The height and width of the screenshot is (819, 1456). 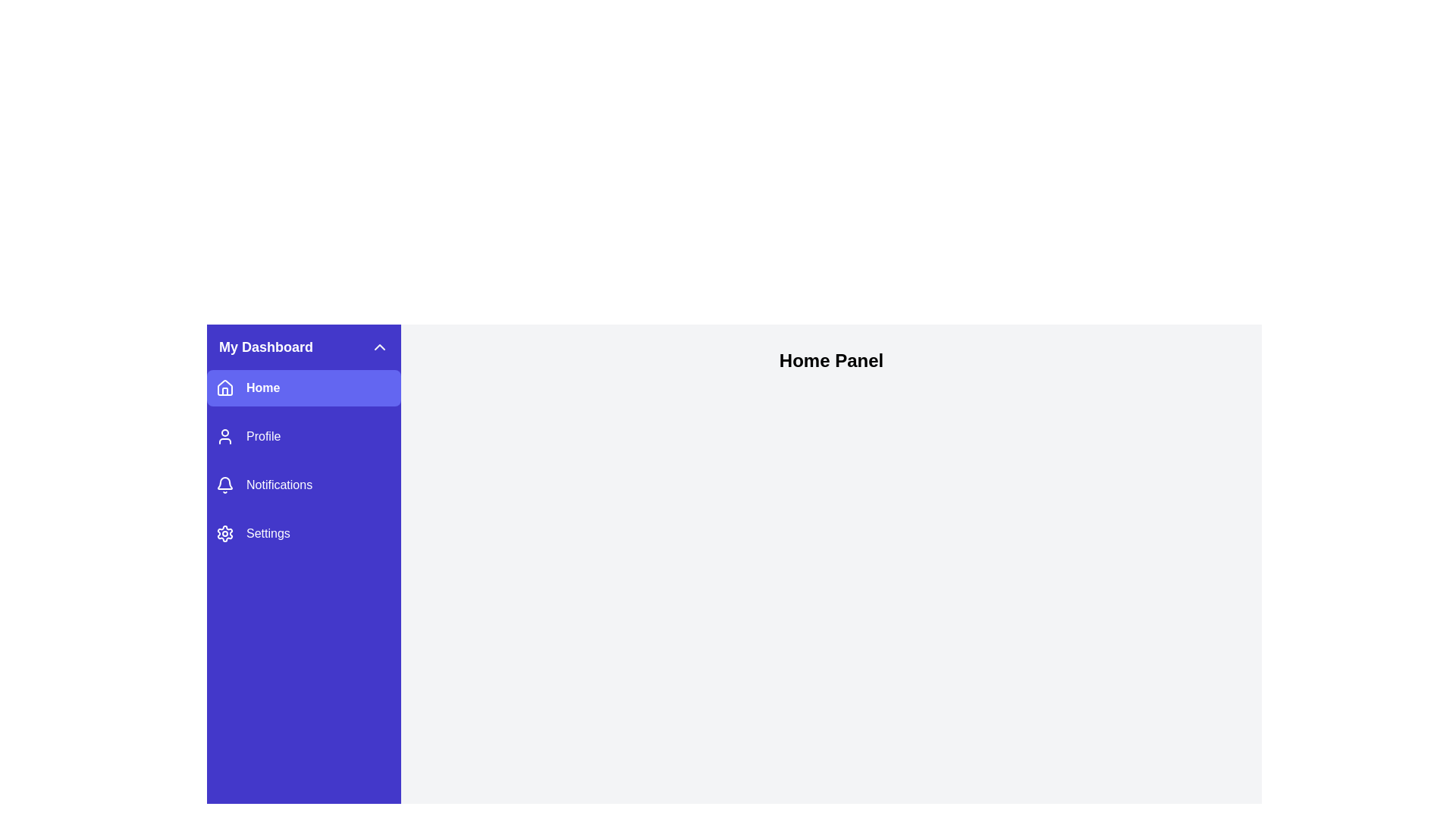 What do you see at coordinates (303, 485) in the screenshot?
I see `the 'Notifications' button with a bell icon located in the sidebar menu` at bounding box center [303, 485].